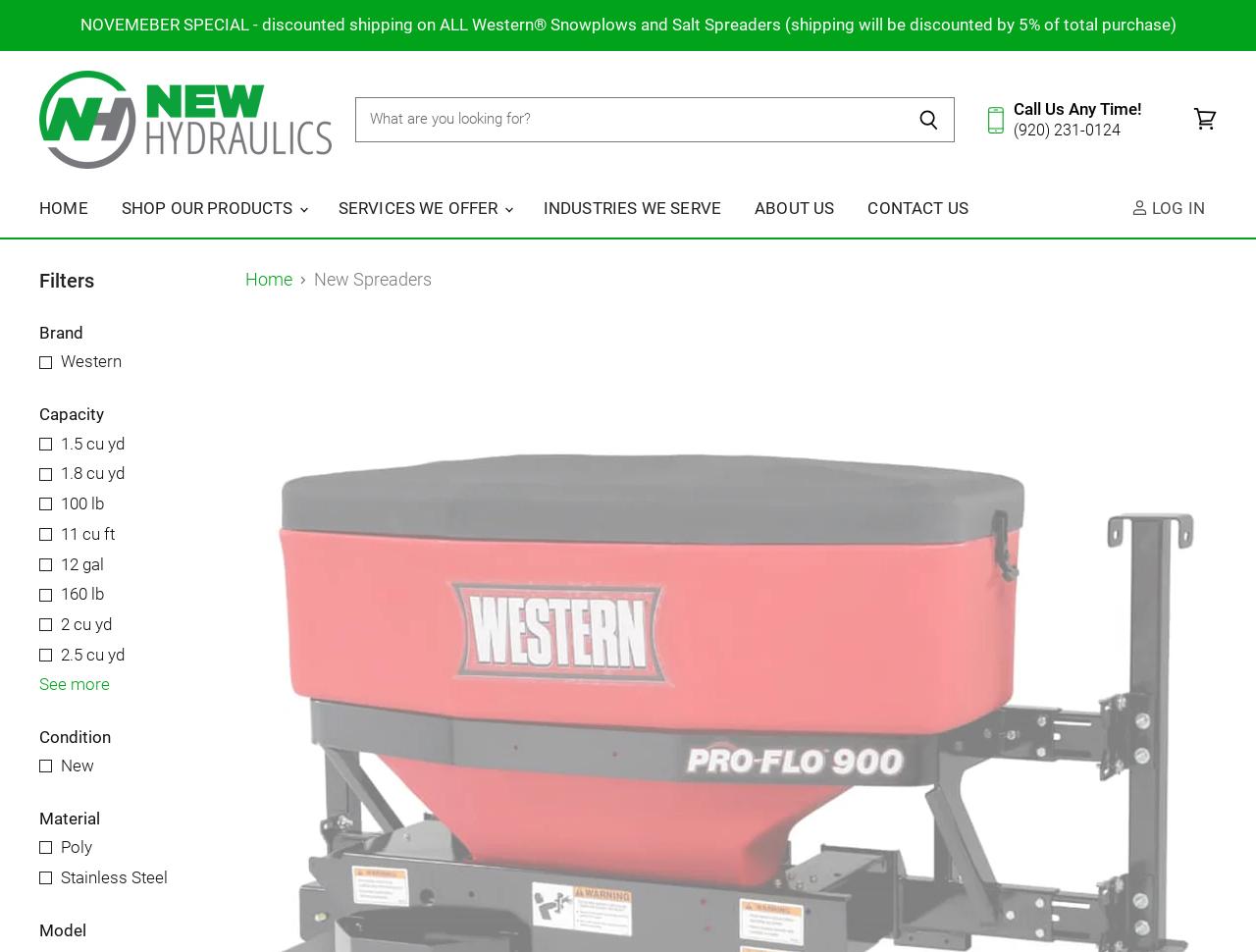 The image size is (1256, 952). Describe the element at coordinates (916, 206) in the screenshot. I see `'Contact Us'` at that location.